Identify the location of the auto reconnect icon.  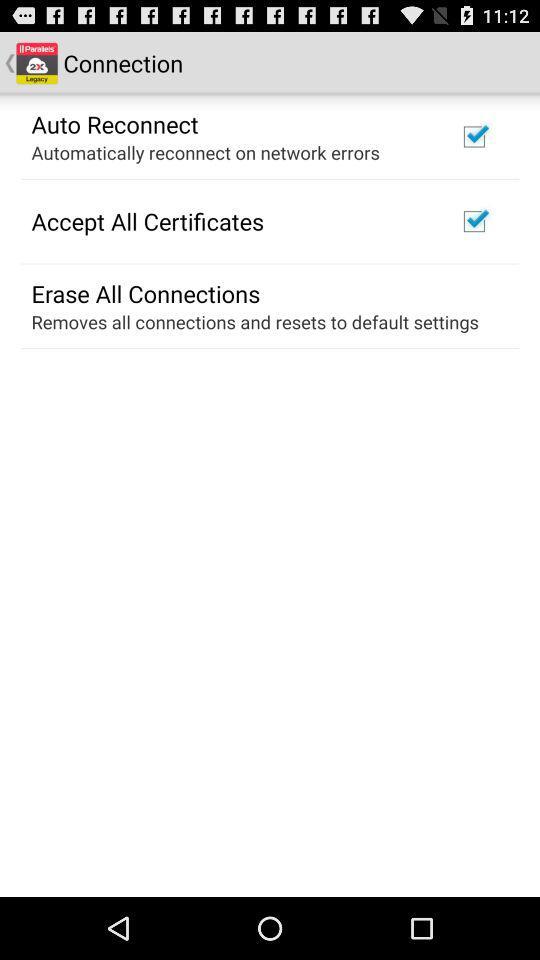
(115, 122).